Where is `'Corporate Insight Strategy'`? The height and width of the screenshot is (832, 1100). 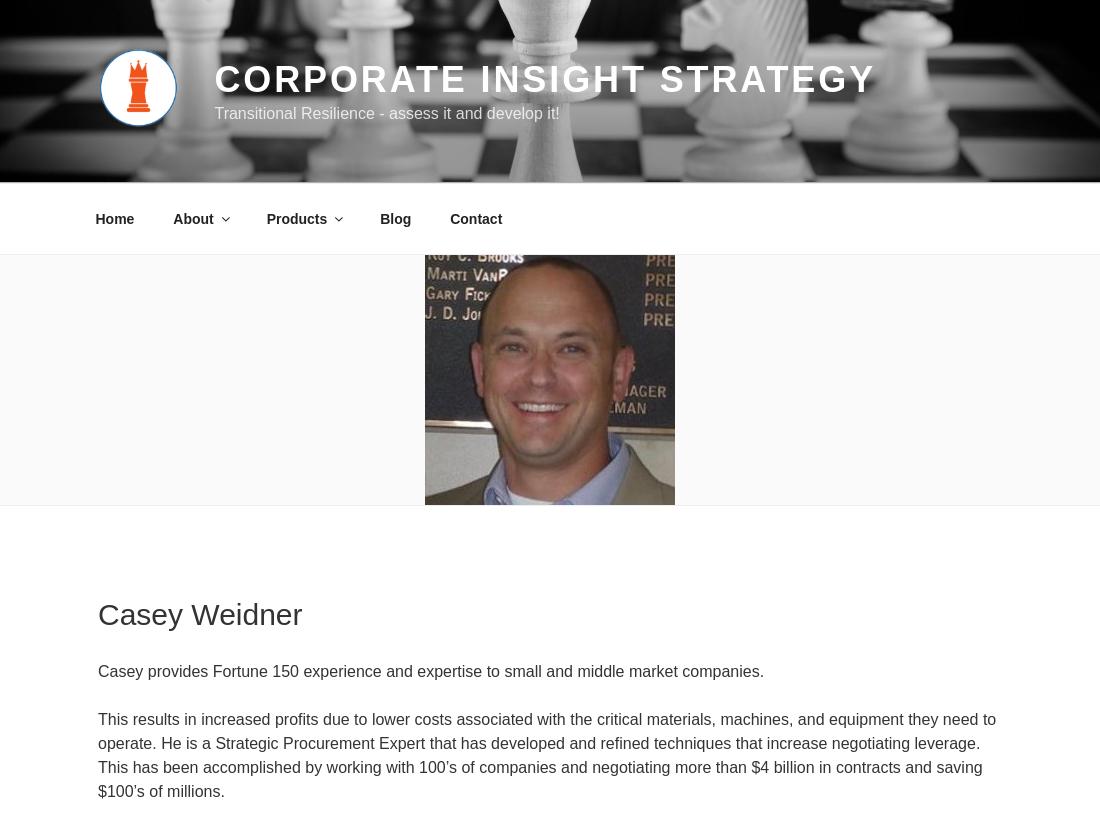
'Corporate Insight Strategy' is located at coordinates (545, 78).